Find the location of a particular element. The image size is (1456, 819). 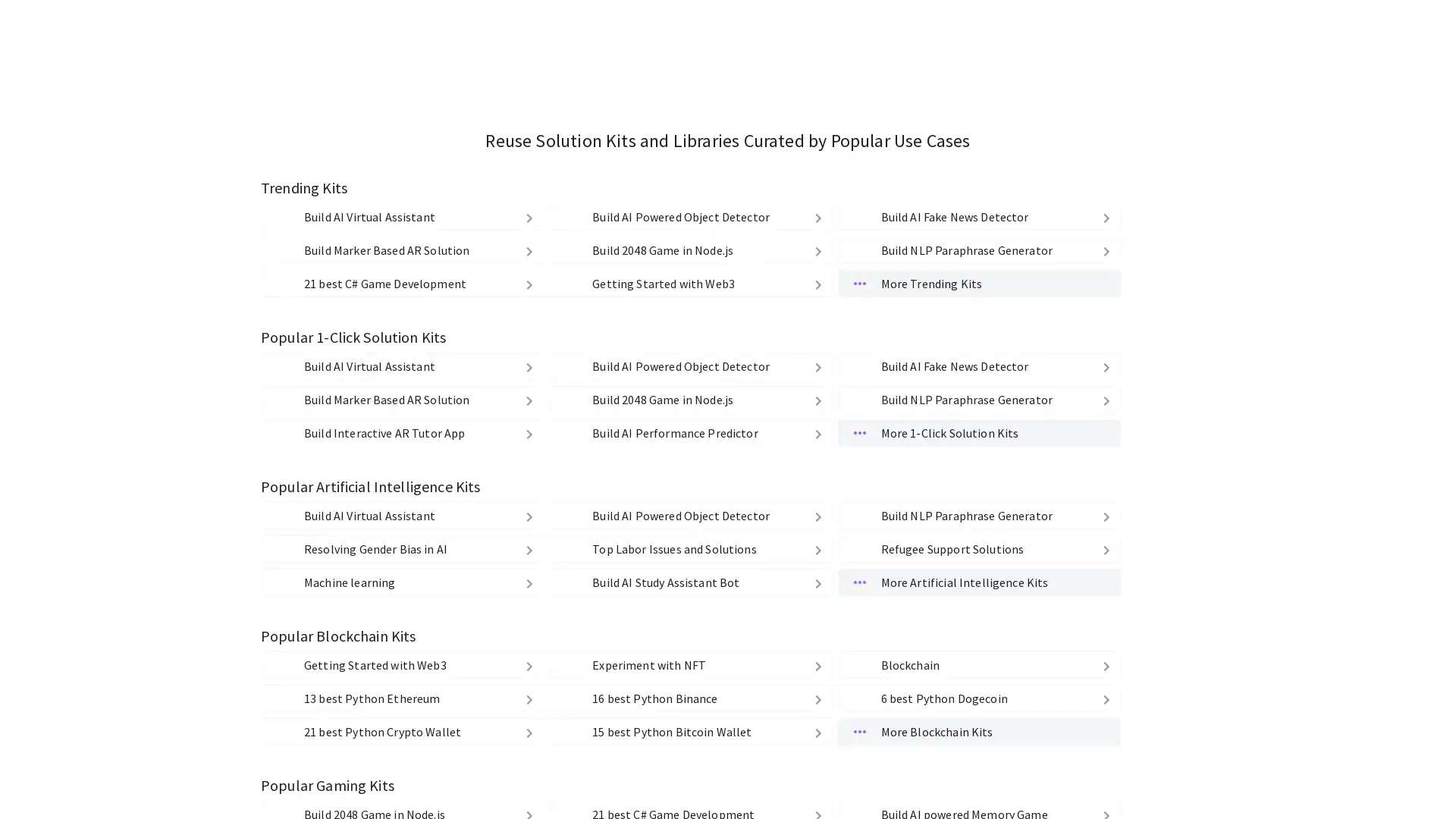

delete is located at coordinates (529, 665).